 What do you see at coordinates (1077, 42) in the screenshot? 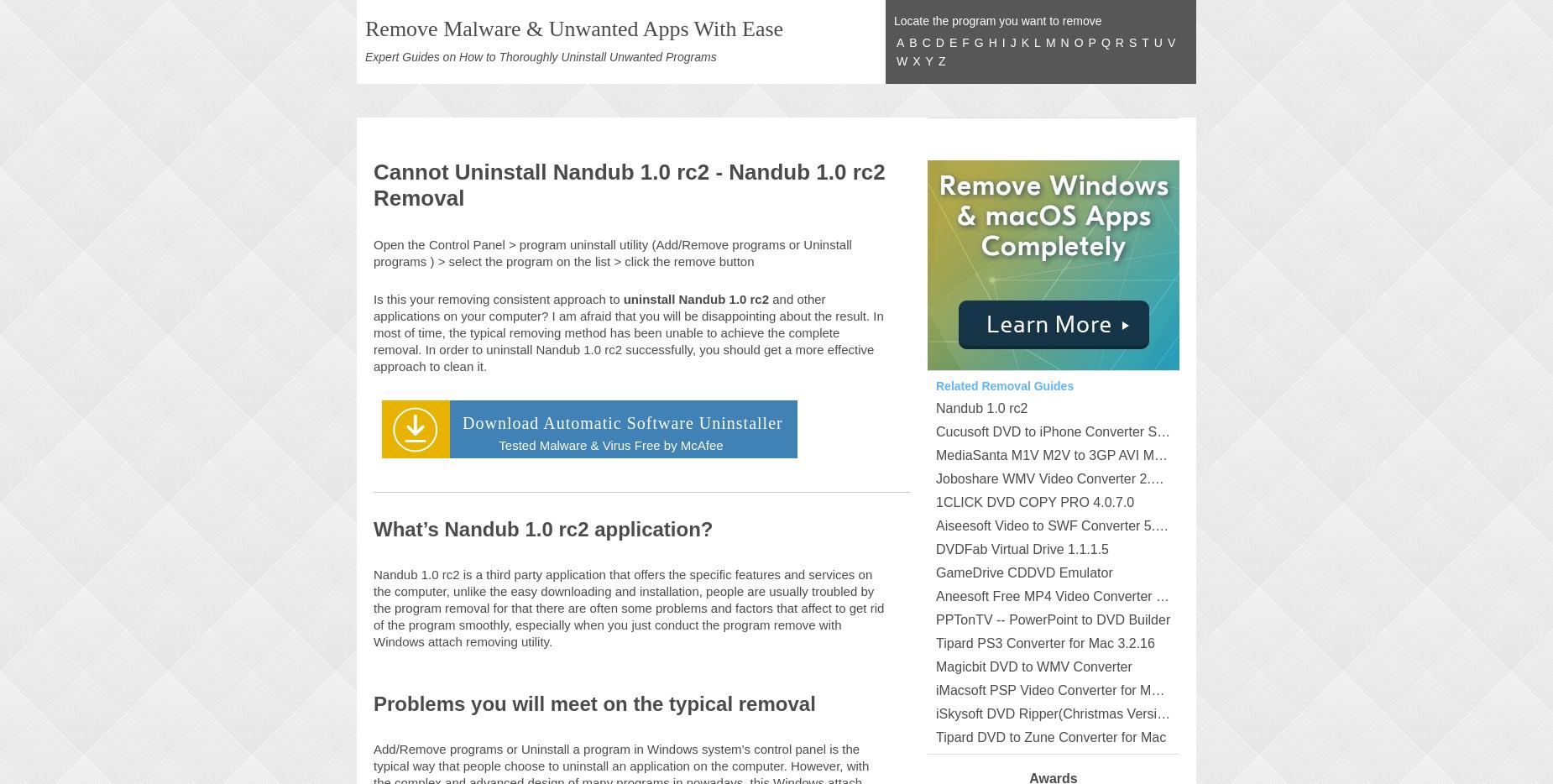
I see `'O'` at bounding box center [1077, 42].